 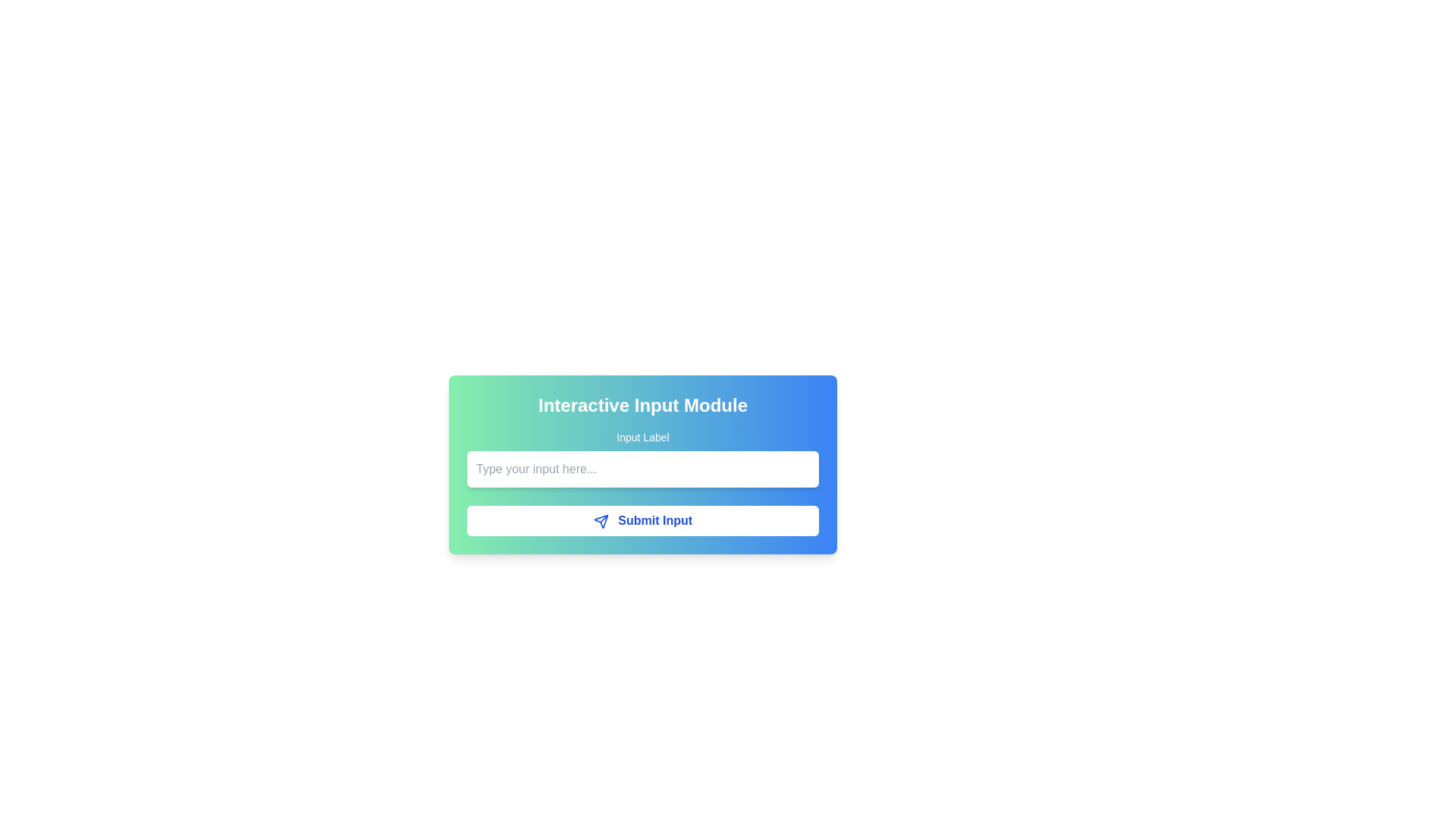 What do you see at coordinates (643, 438) in the screenshot?
I see `the descriptive label located near the top-right section of the interactive module, which helps users understand the purpose of the input field below` at bounding box center [643, 438].